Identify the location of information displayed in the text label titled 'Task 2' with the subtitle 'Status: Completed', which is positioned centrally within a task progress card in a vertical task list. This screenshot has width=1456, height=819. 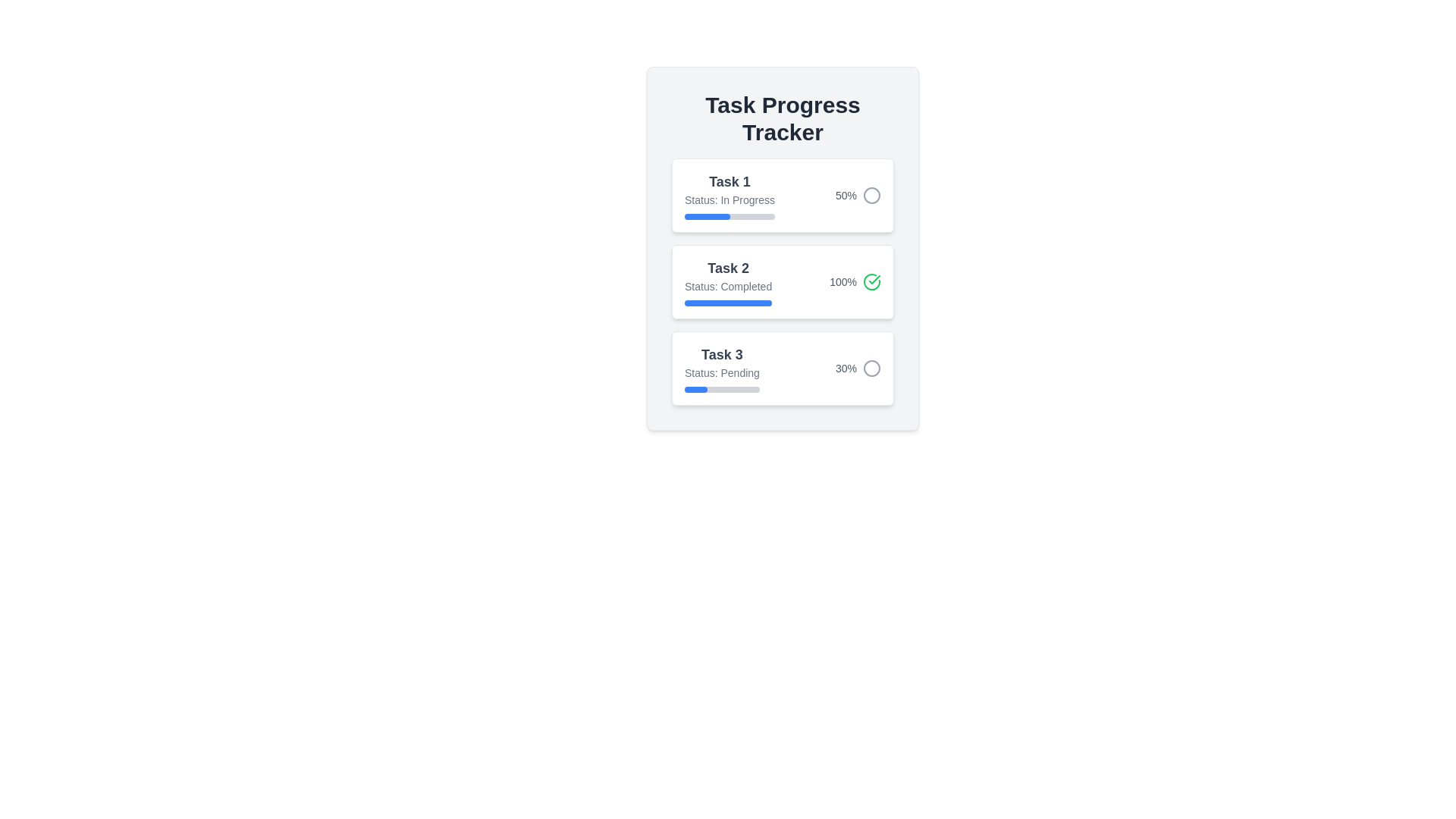
(728, 281).